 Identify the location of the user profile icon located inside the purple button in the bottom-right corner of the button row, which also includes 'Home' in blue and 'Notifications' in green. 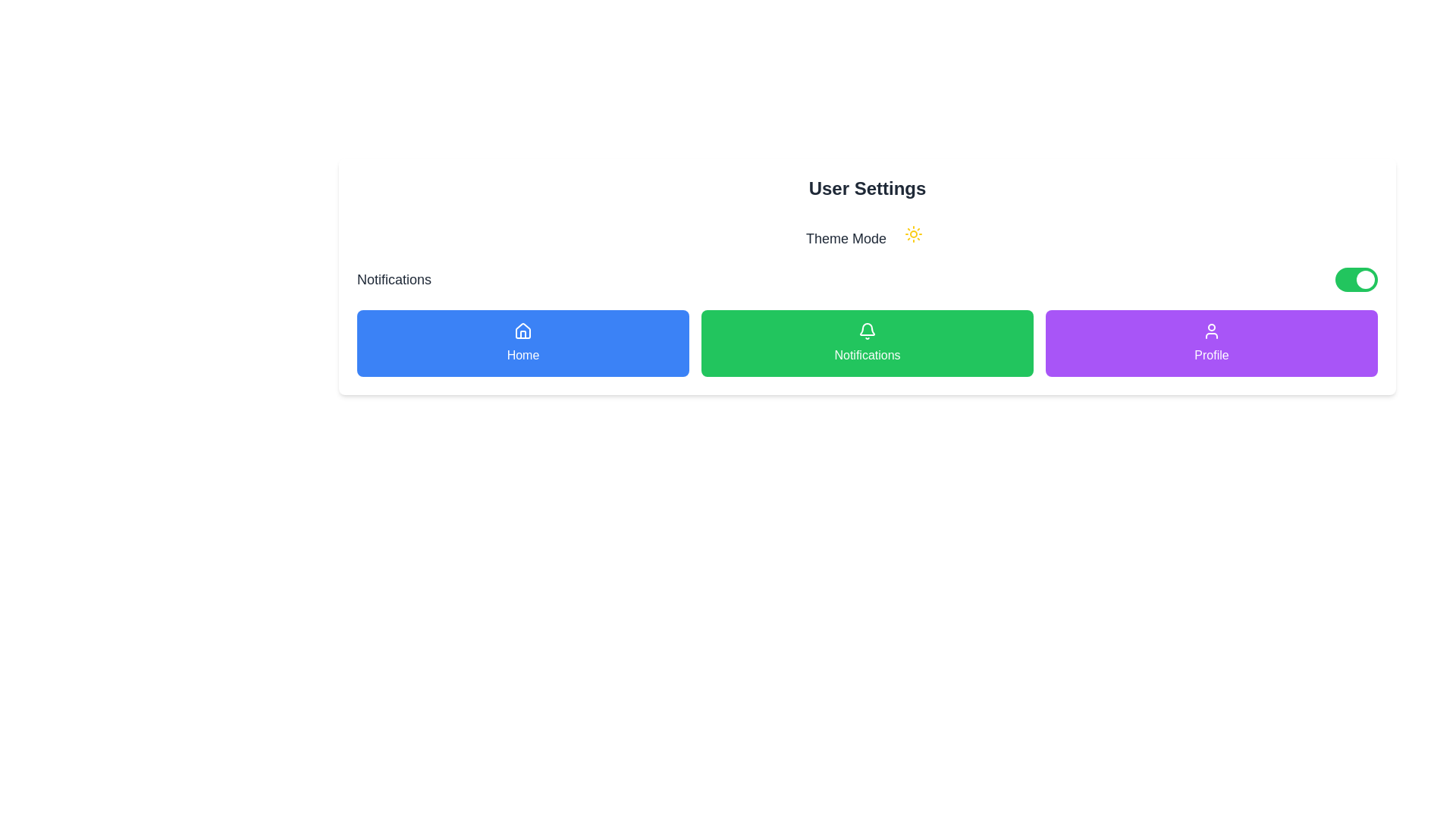
(1211, 330).